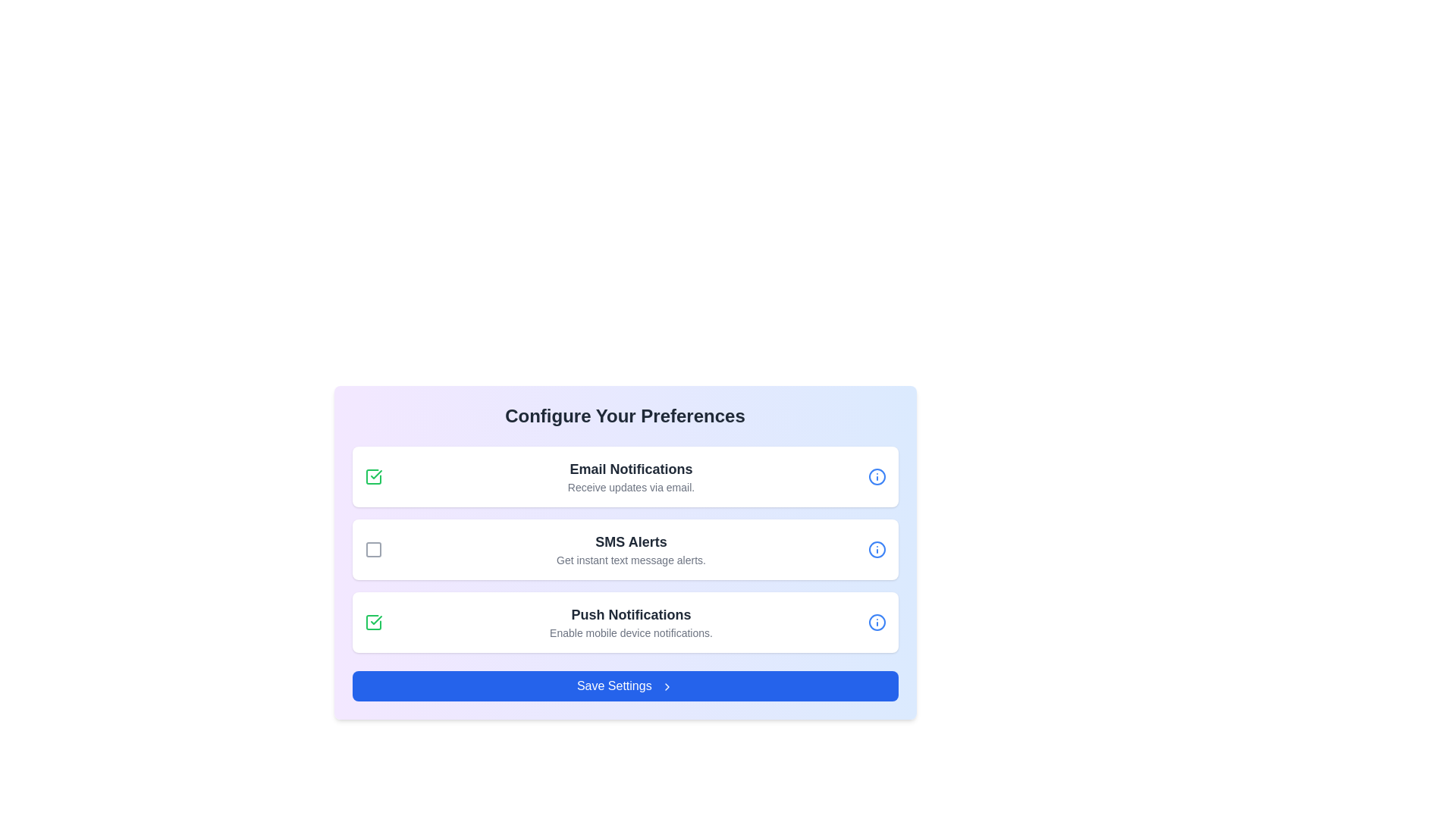  What do you see at coordinates (667, 686) in the screenshot?
I see `the chevron icon located to the right of the 'Save Settings' text on the button at the bottom of the interface` at bounding box center [667, 686].